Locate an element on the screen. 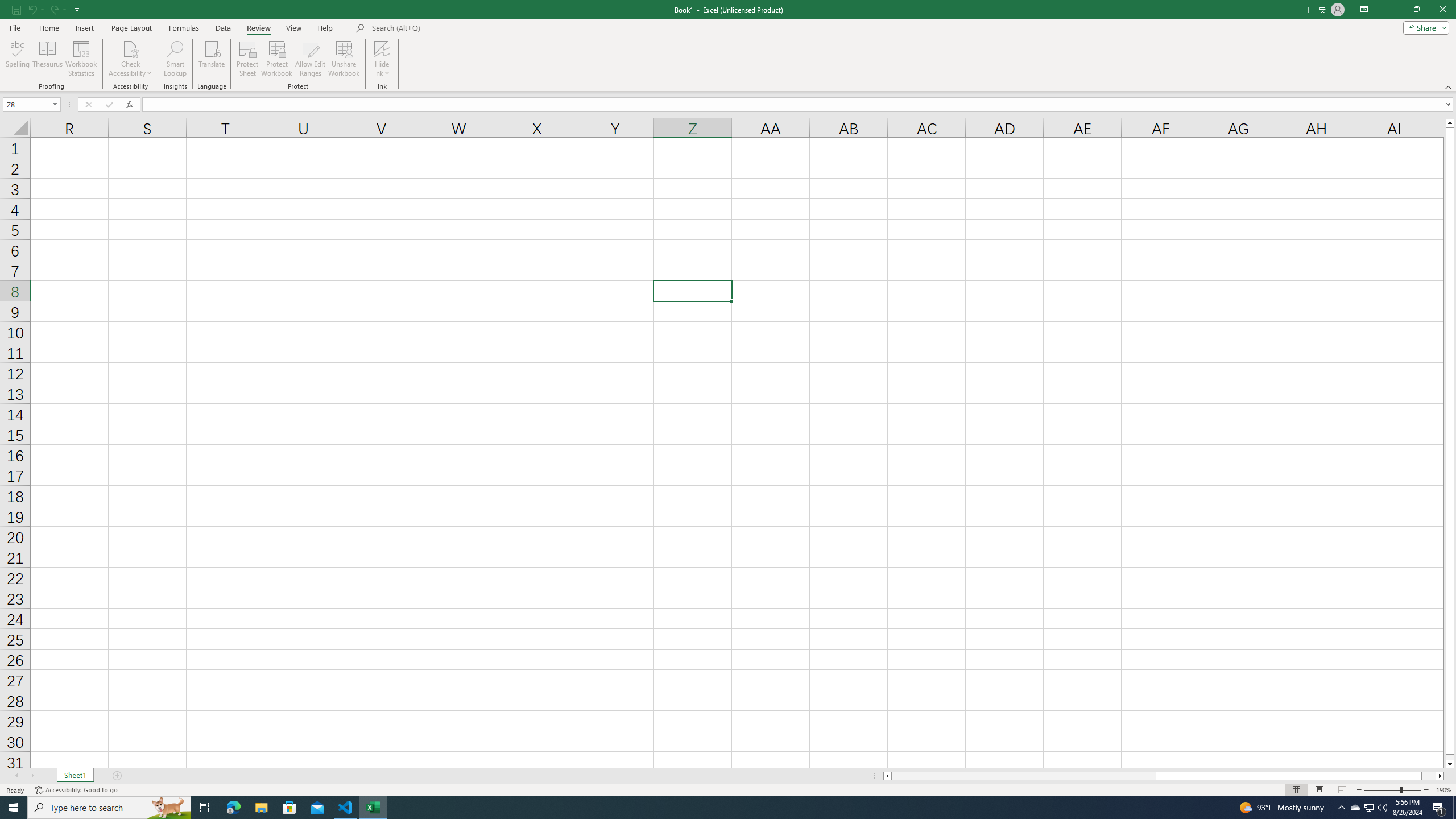 This screenshot has width=1456, height=819. 'Spelling...' is located at coordinates (16, 59).